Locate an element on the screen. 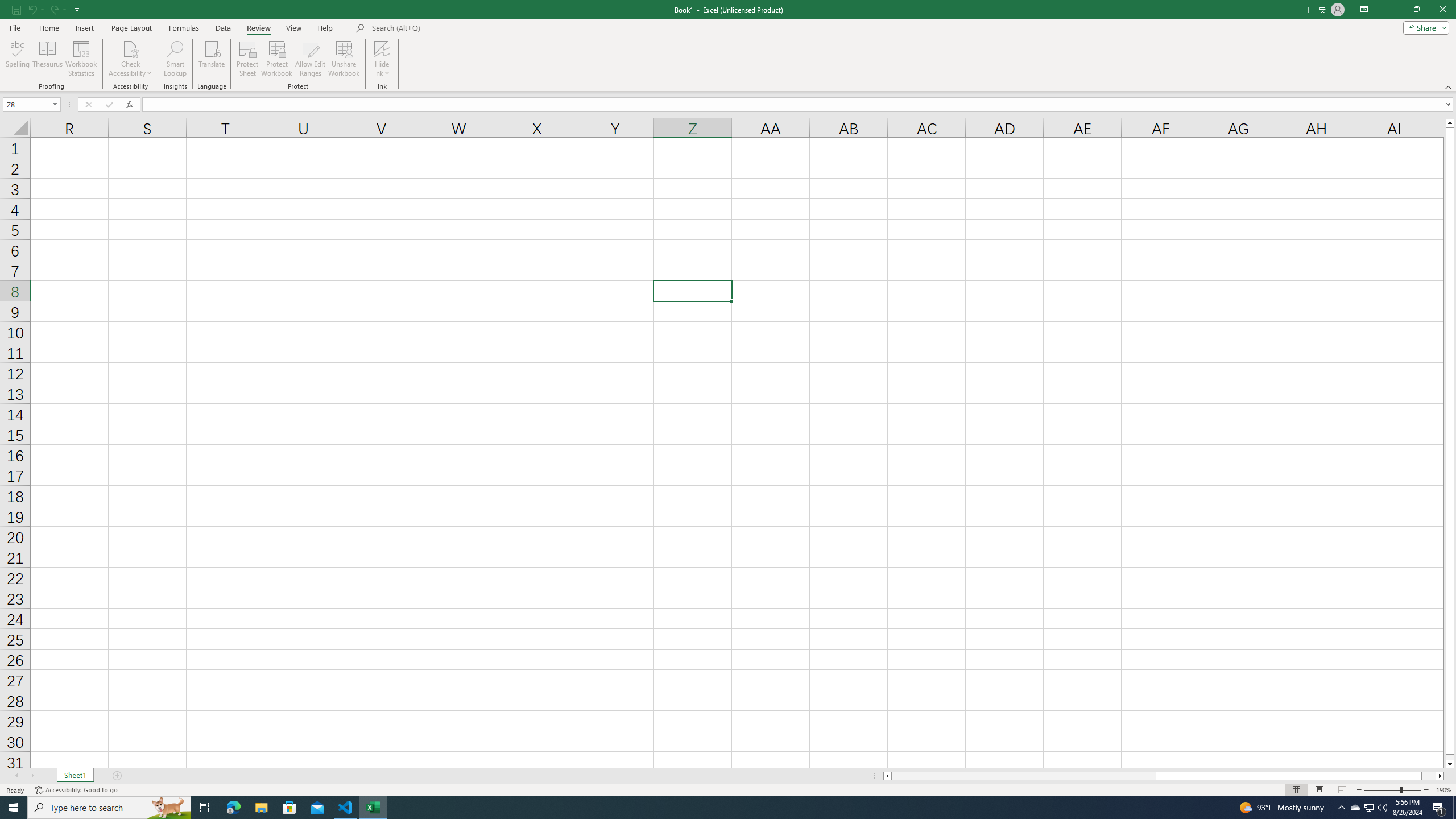 This screenshot has width=1456, height=819. 'Spelling...' is located at coordinates (16, 59).